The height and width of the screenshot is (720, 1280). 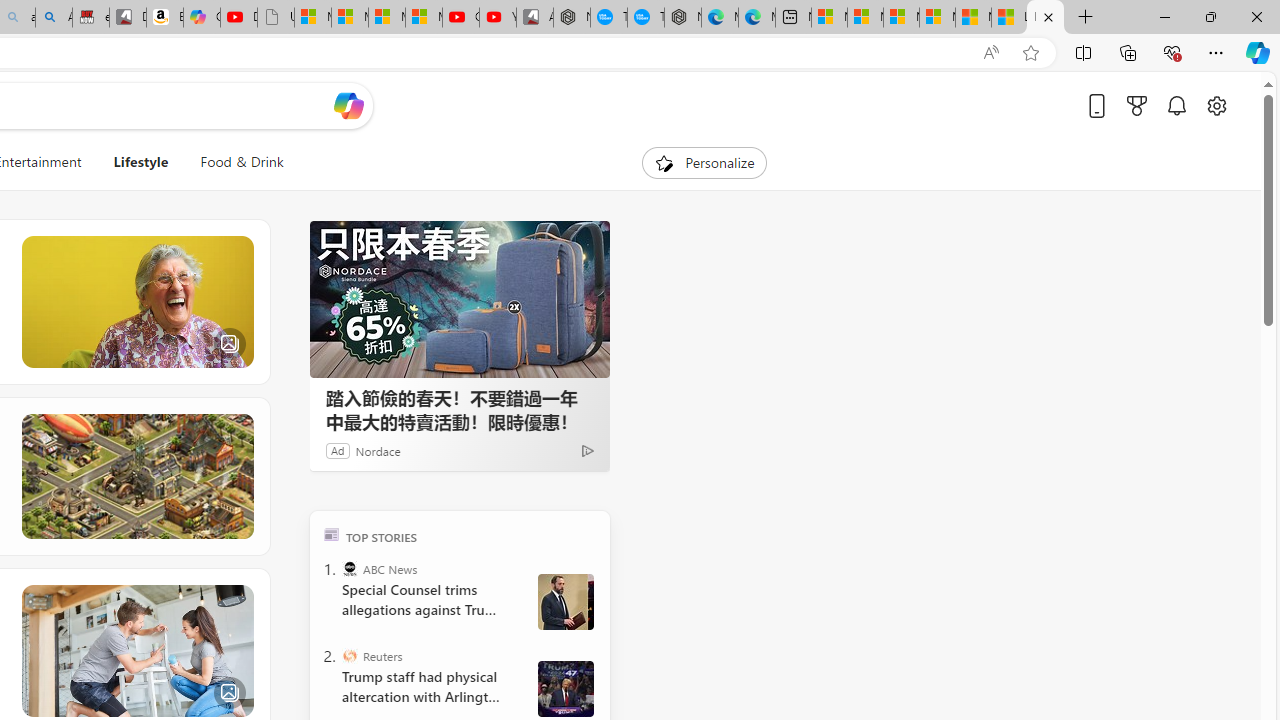 What do you see at coordinates (497, 17) in the screenshot?
I see `'YouTube Kids - An App Created for Kids to Explore Content'` at bounding box center [497, 17].